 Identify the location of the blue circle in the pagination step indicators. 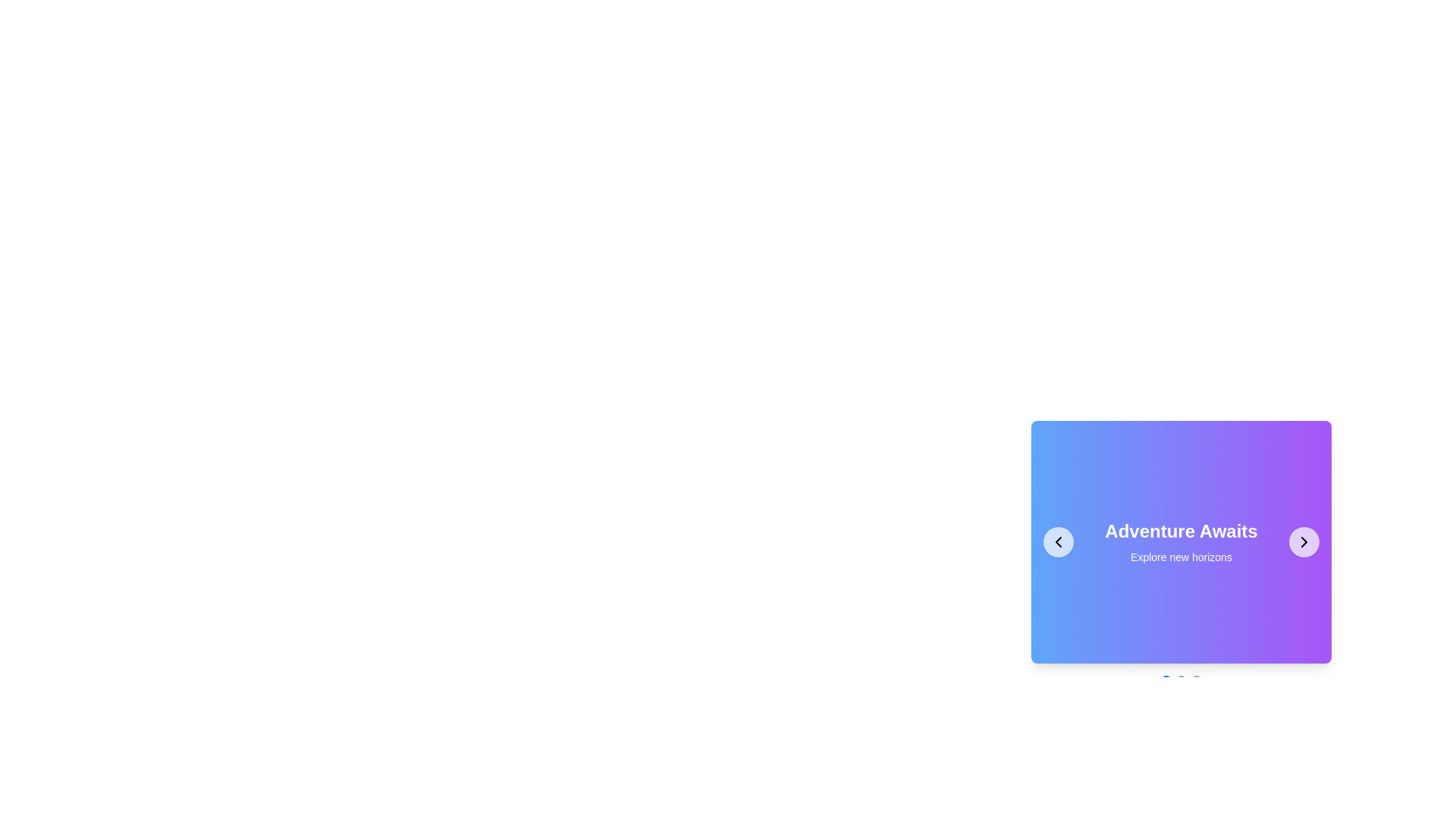
(1181, 679).